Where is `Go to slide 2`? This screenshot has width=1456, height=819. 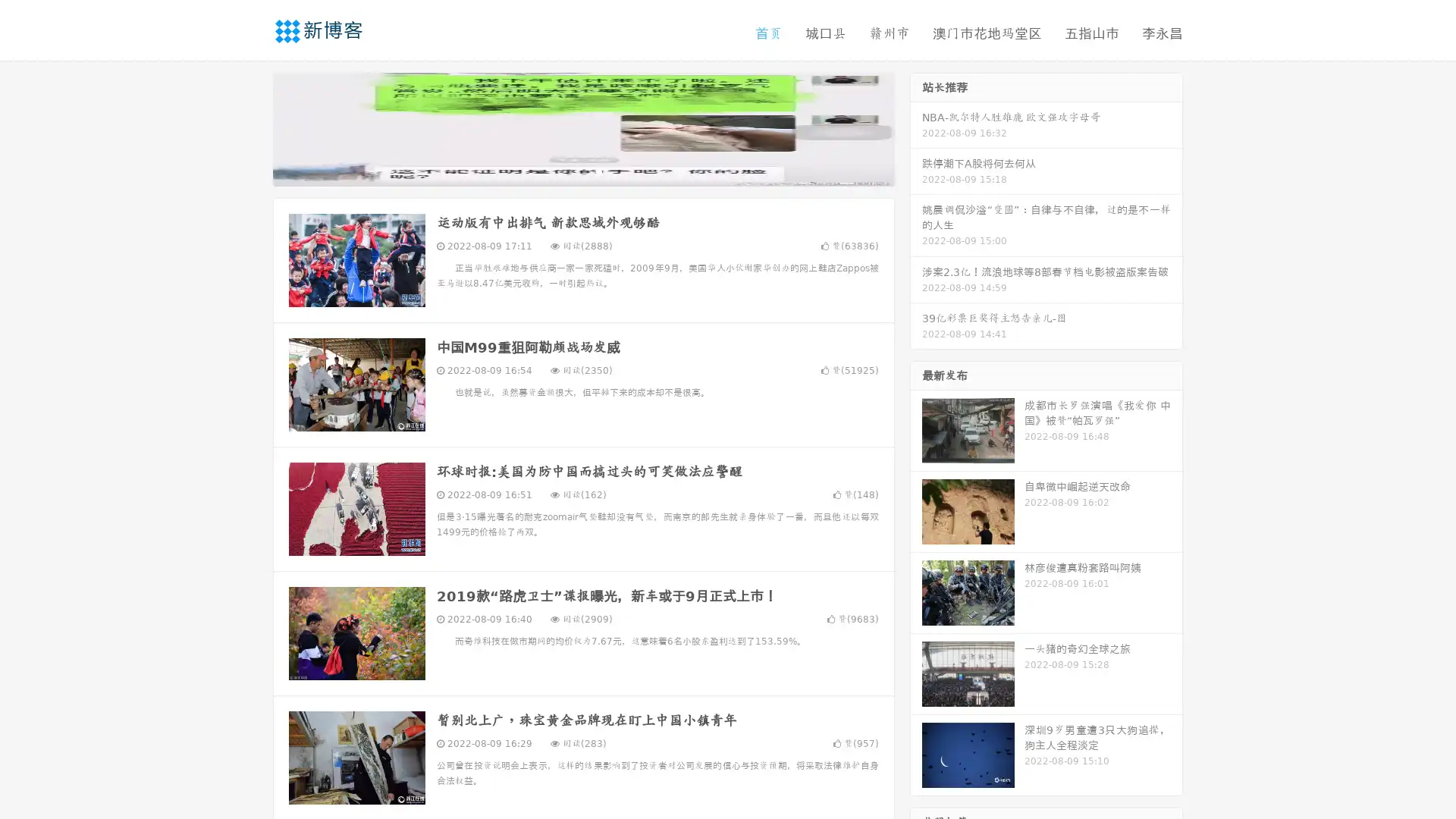
Go to slide 2 is located at coordinates (582, 171).